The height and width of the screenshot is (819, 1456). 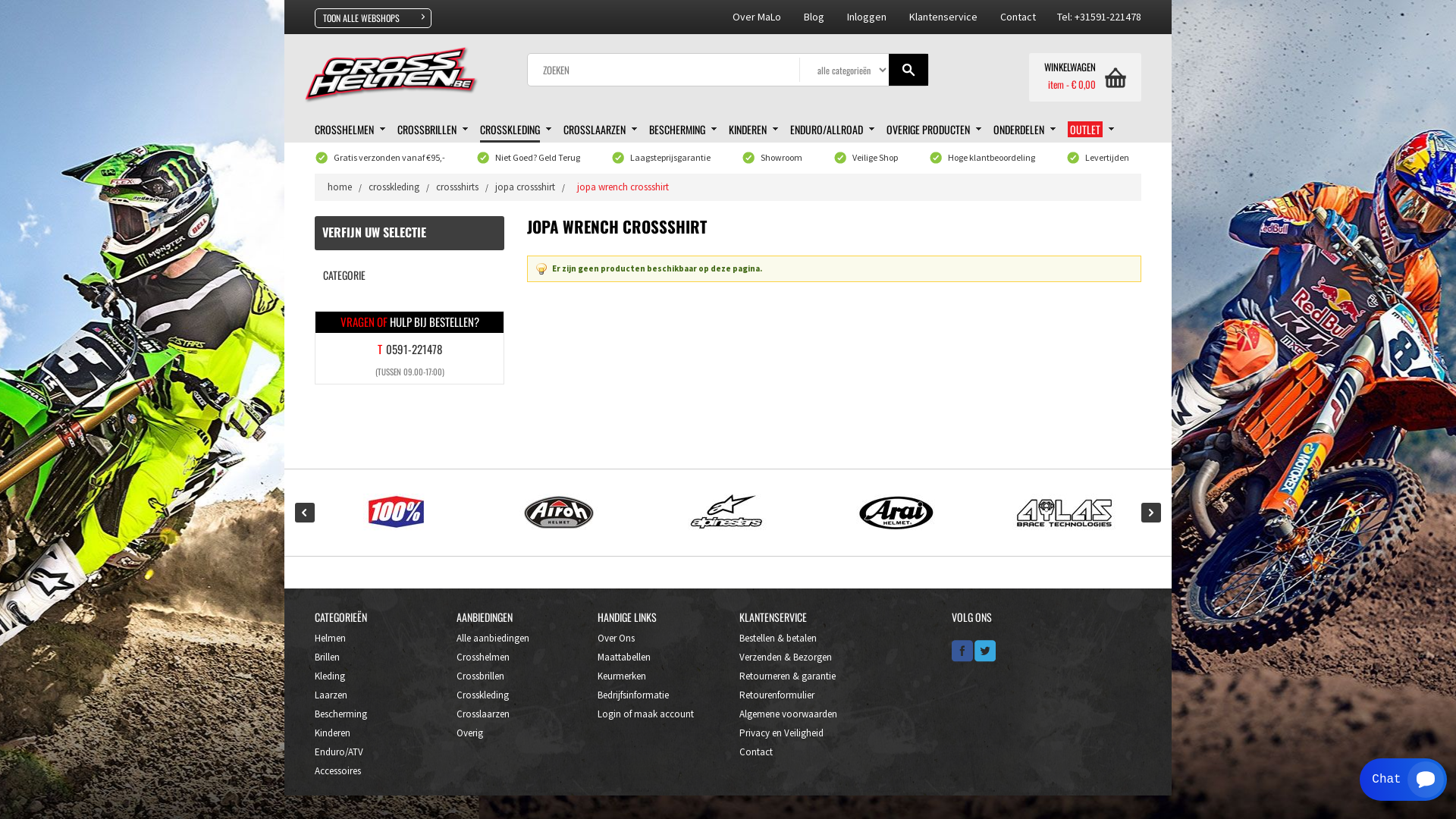 What do you see at coordinates (1106, 157) in the screenshot?
I see `'Levertijden'` at bounding box center [1106, 157].